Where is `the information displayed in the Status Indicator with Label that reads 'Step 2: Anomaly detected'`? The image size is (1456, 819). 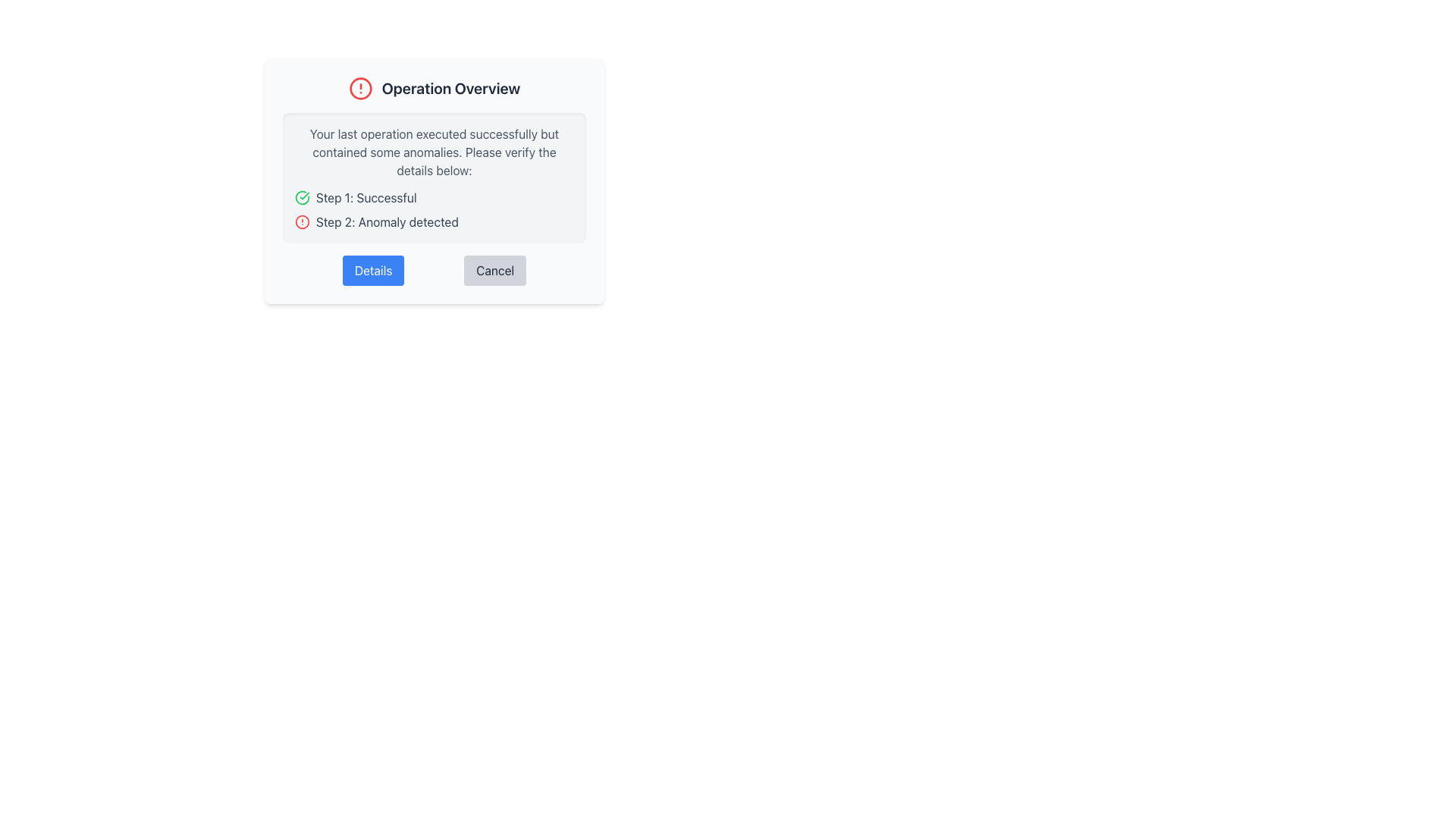 the information displayed in the Status Indicator with Label that reads 'Step 2: Anomaly detected' is located at coordinates (433, 222).